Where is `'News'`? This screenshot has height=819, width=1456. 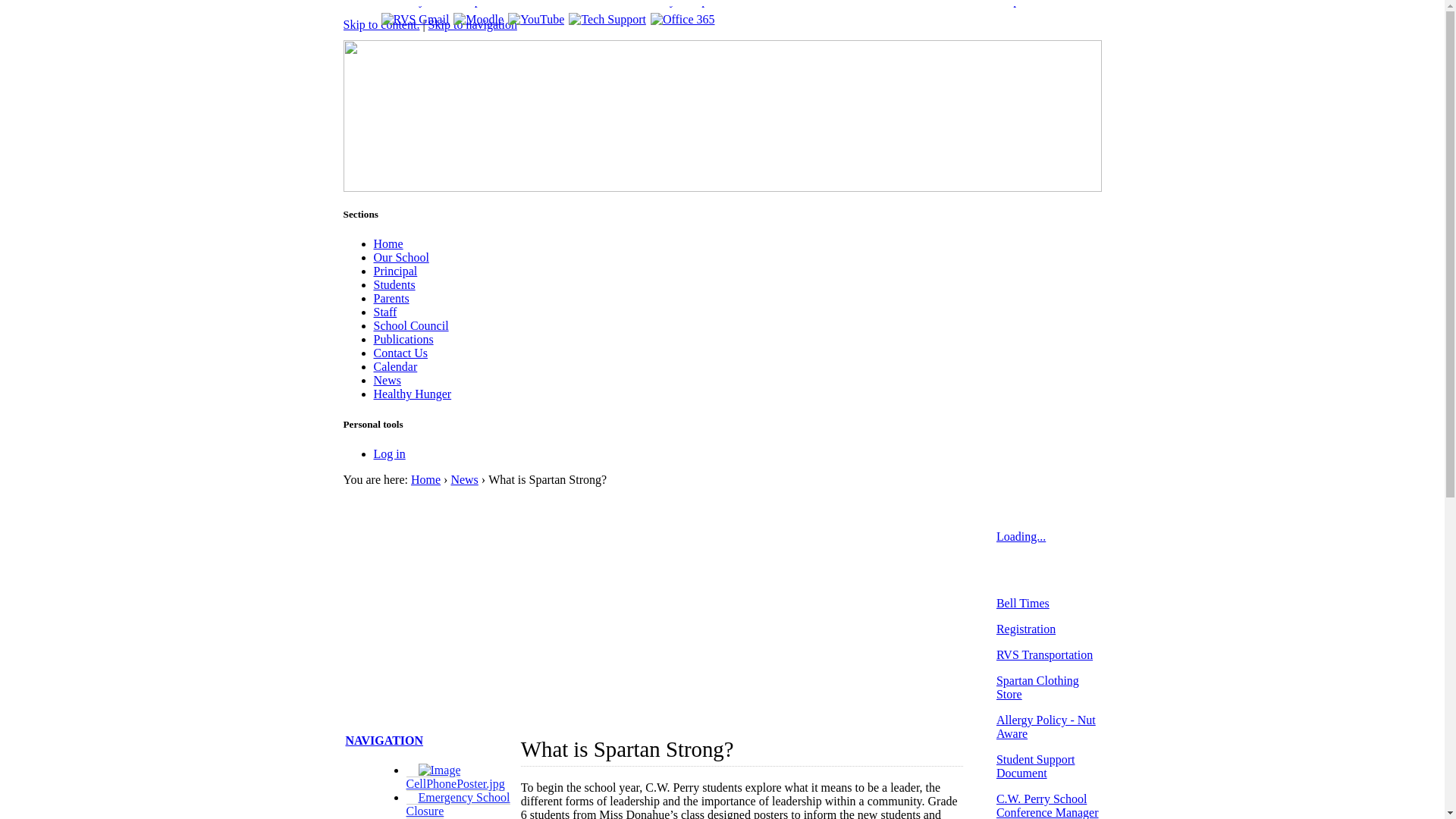 'News' is located at coordinates (463, 479).